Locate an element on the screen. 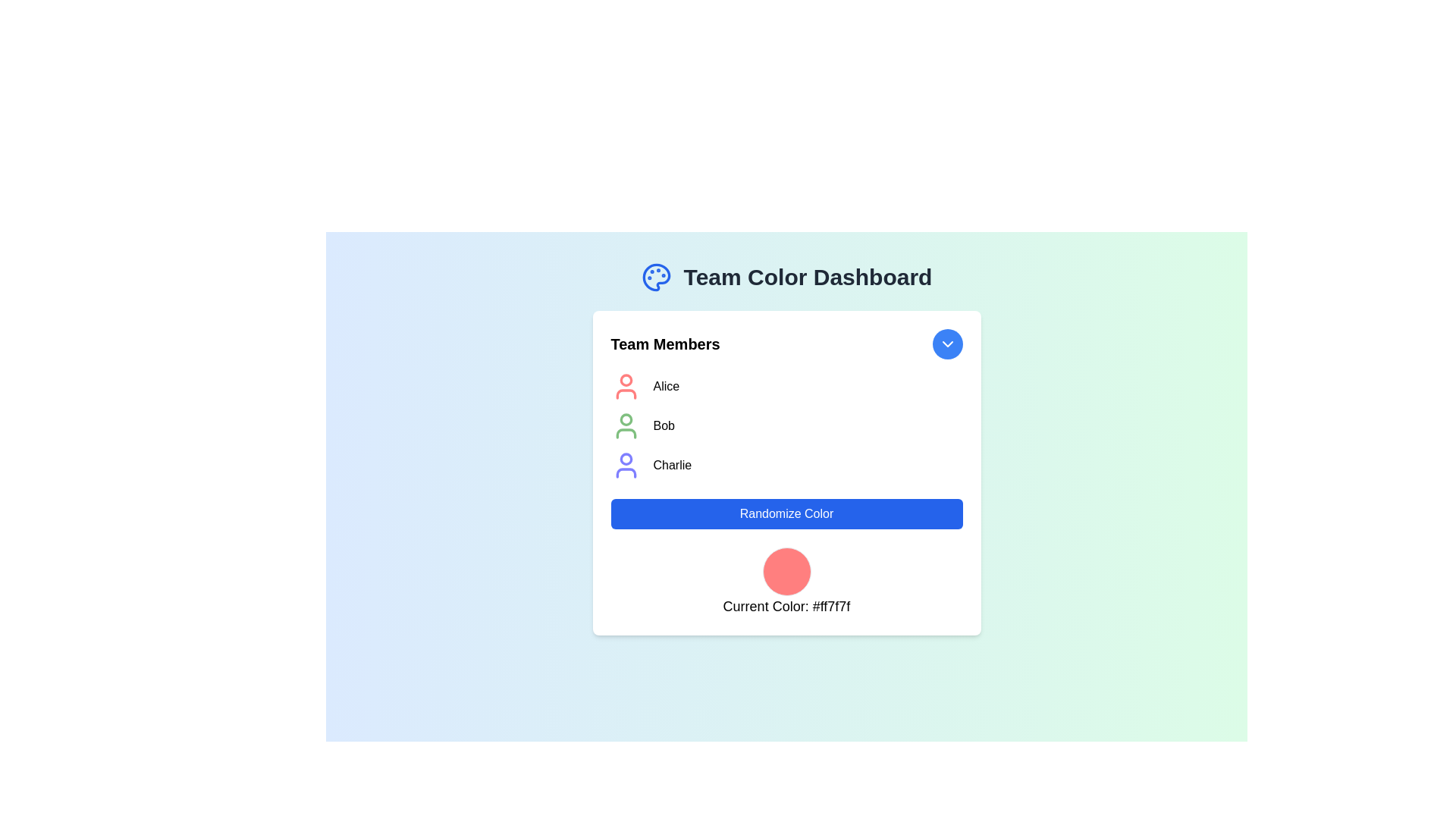 This screenshot has height=819, width=1456. the Header with icon that identifies the purpose of the dashboard for managing team colors, positioned at the topmost component within the main card is located at coordinates (786, 278).